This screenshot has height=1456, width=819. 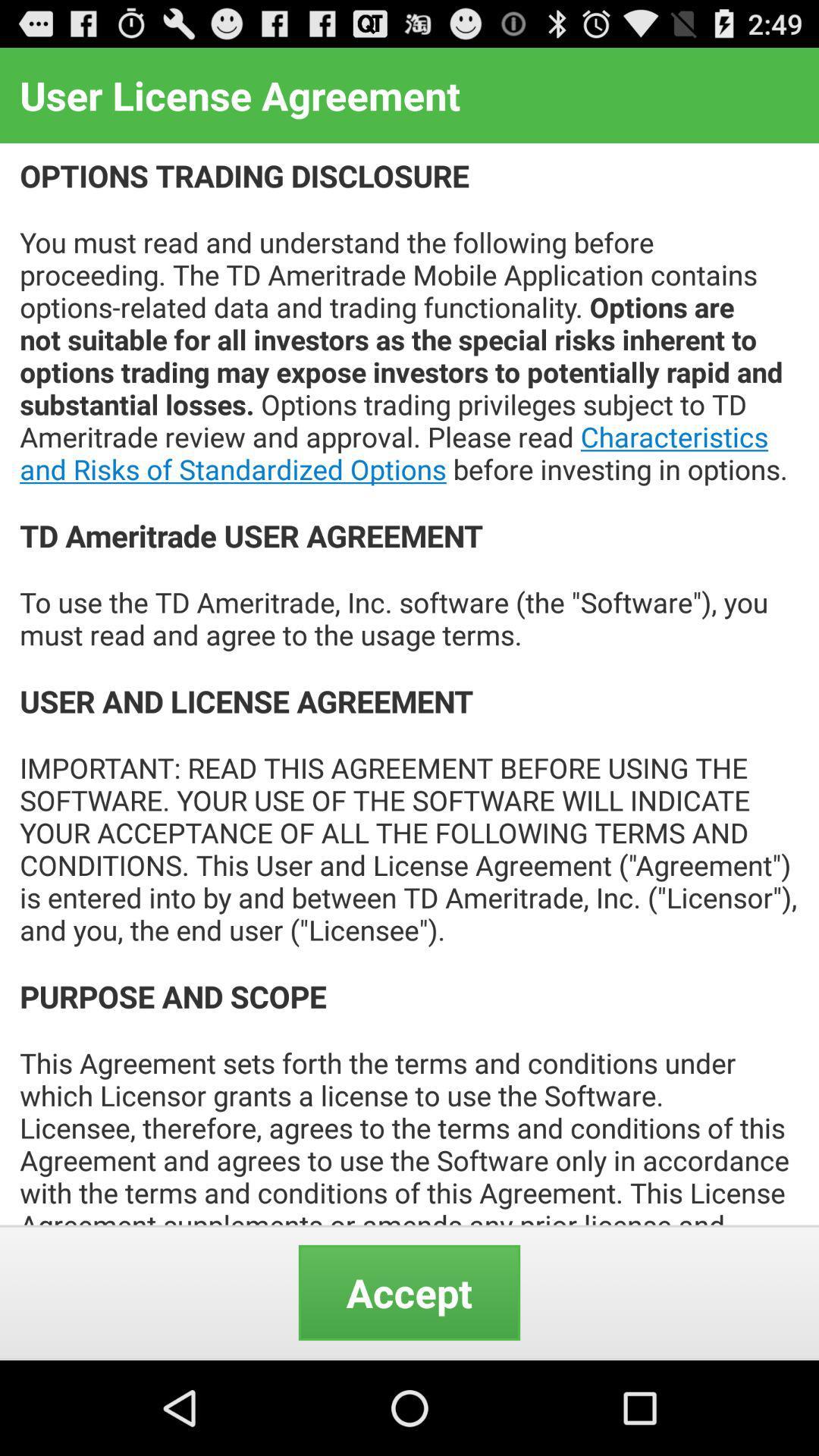 What do you see at coordinates (409, 1291) in the screenshot?
I see `the item below options trading disclosure icon` at bounding box center [409, 1291].